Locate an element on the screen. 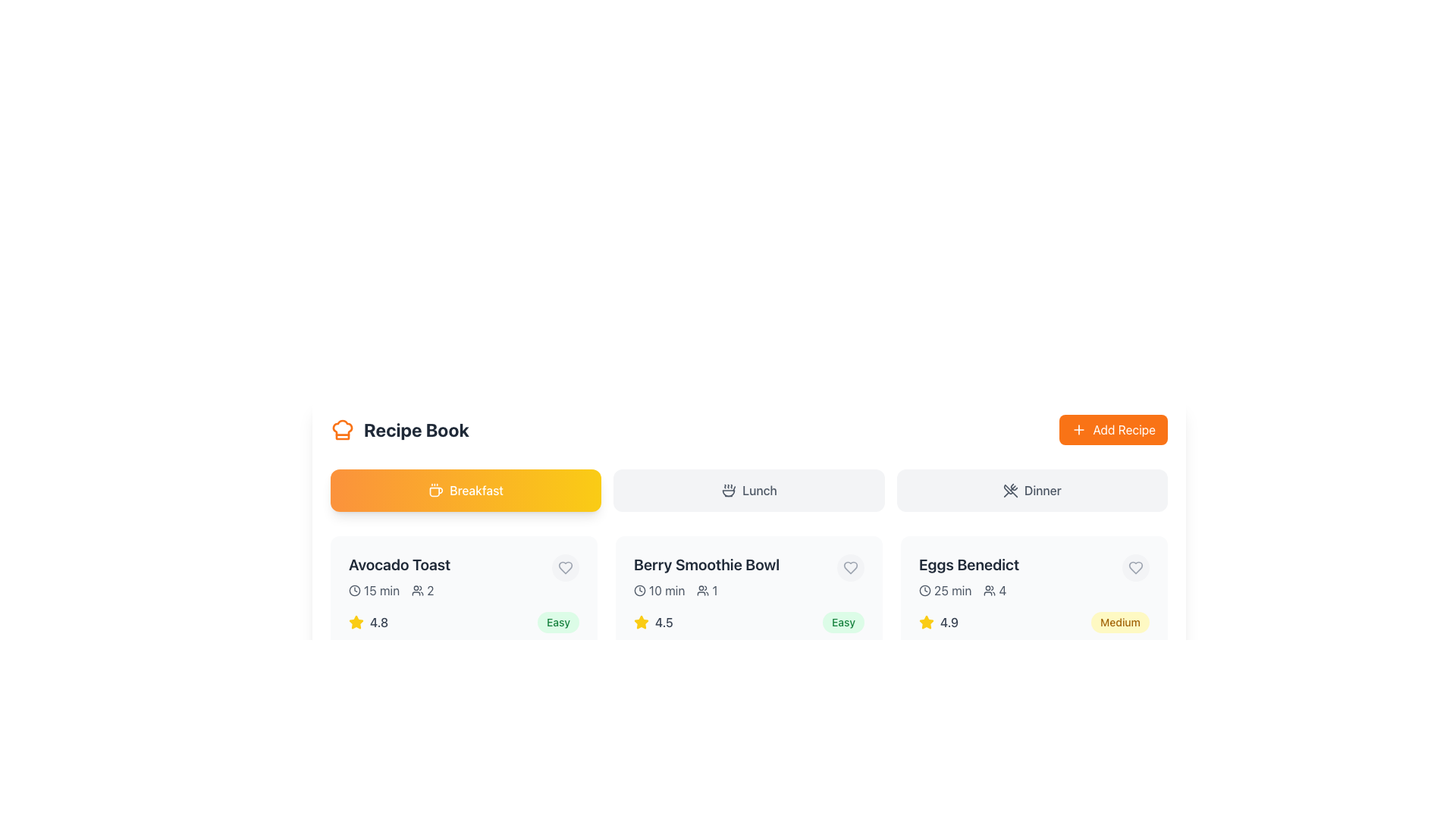 The height and width of the screenshot is (819, 1456). the number '4' displayed in gray, located next to the user icon within the 'Eggs Benedict' recipe card's metadata section is located at coordinates (1003, 590).